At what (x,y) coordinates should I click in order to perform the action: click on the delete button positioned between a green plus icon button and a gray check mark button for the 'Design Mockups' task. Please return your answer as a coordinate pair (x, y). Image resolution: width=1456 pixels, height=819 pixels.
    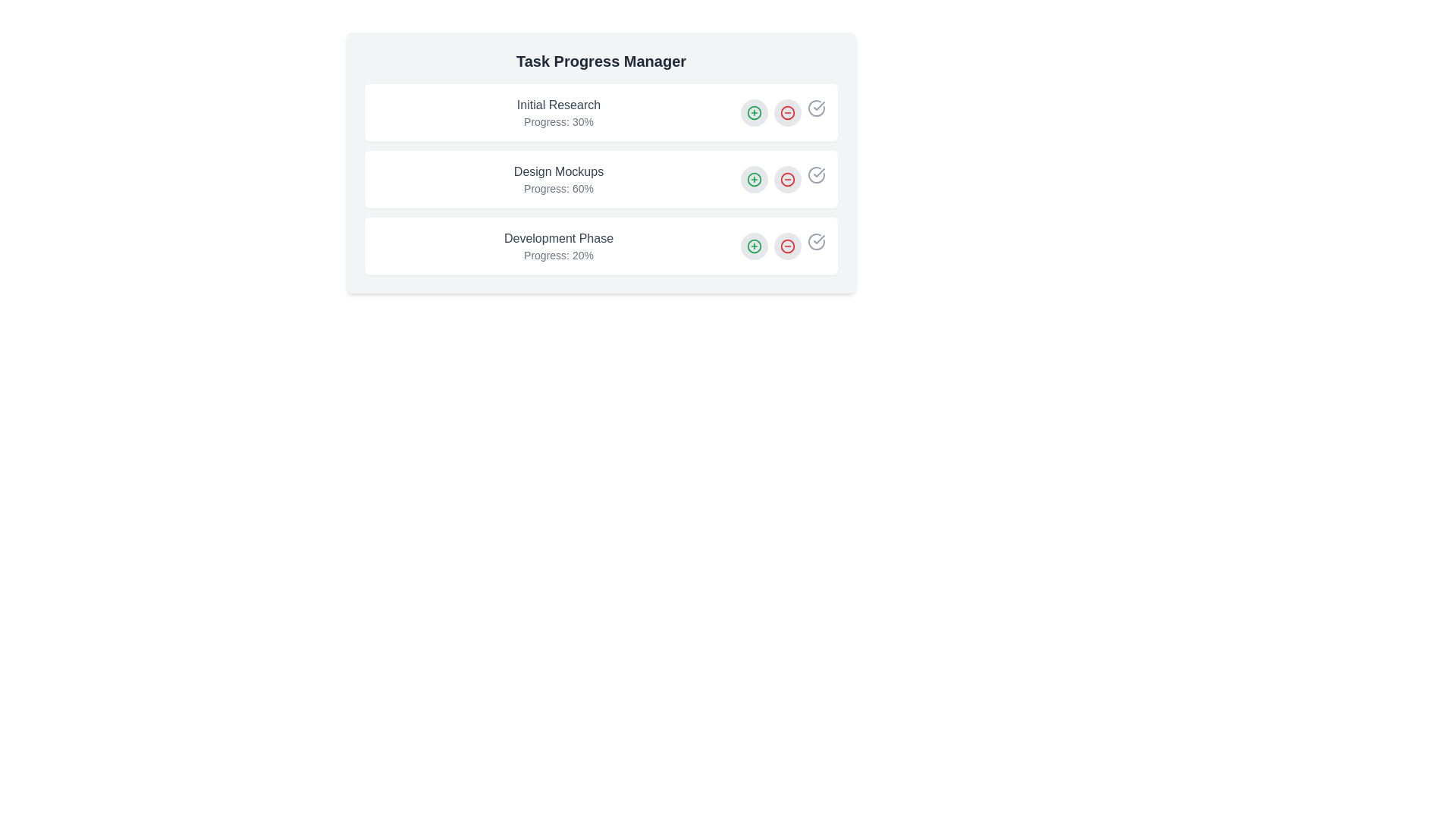
    Looking at the image, I should click on (787, 178).